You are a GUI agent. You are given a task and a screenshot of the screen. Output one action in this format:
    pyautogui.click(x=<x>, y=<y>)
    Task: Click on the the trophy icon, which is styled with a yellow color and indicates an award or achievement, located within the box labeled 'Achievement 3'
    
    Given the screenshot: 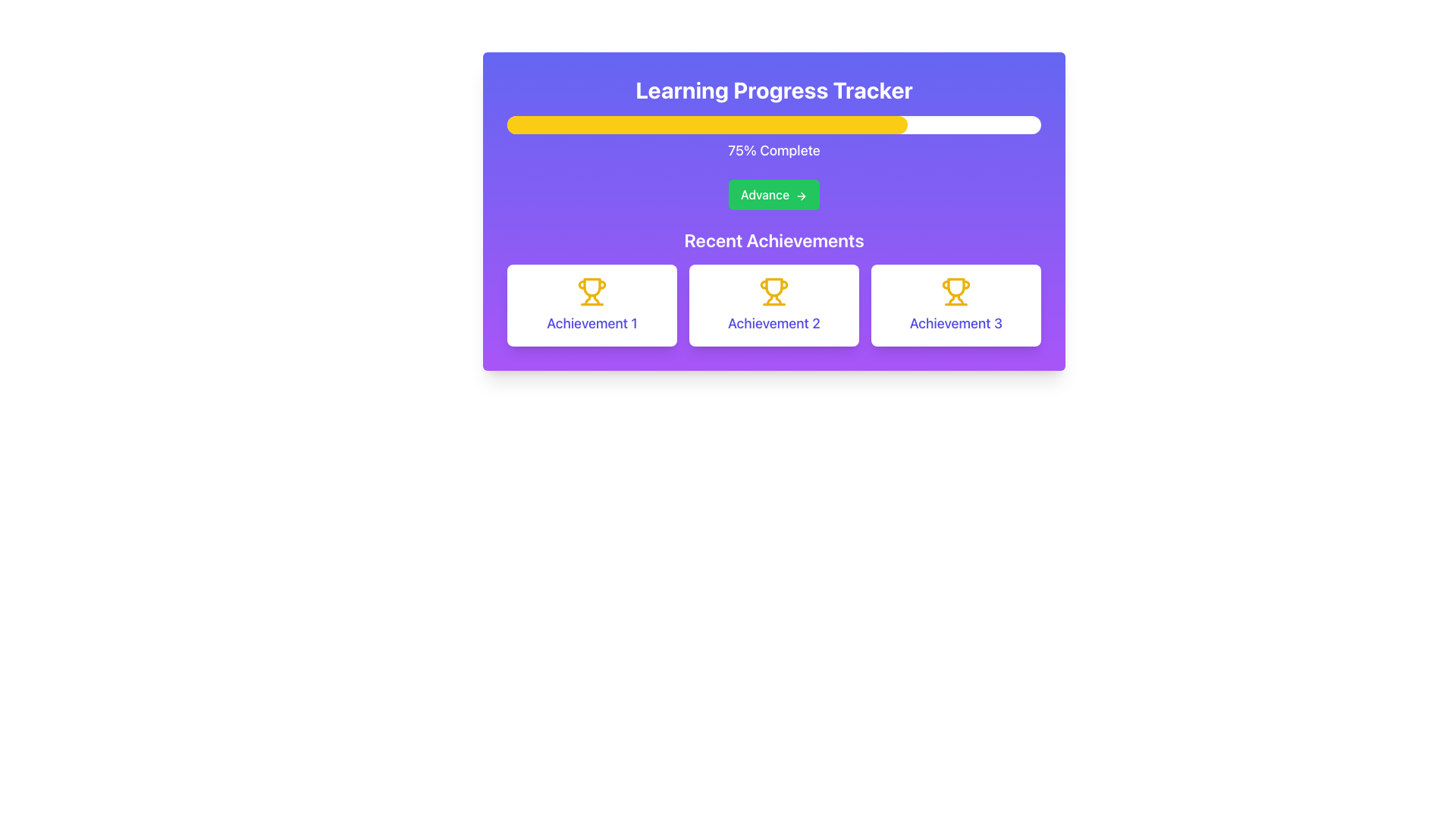 What is the action you would take?
    pyautogui.click(x=955, y=292)
    